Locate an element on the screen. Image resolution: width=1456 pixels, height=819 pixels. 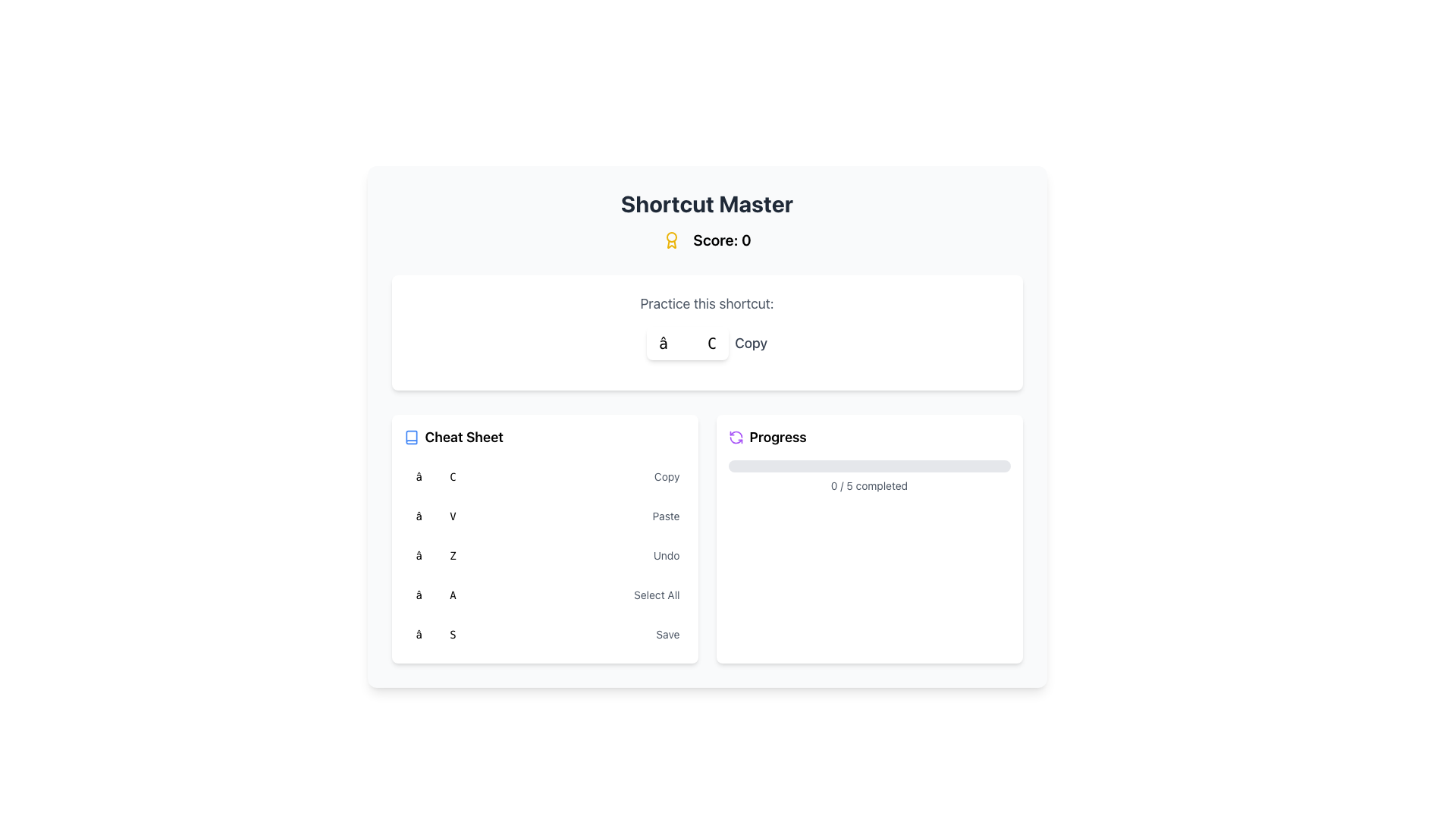
the shortcut display button that visually represents the '⌘ C' key combination, indicating the Copy action, located in the top-center section of the interface is located at coordinates (687, 343).